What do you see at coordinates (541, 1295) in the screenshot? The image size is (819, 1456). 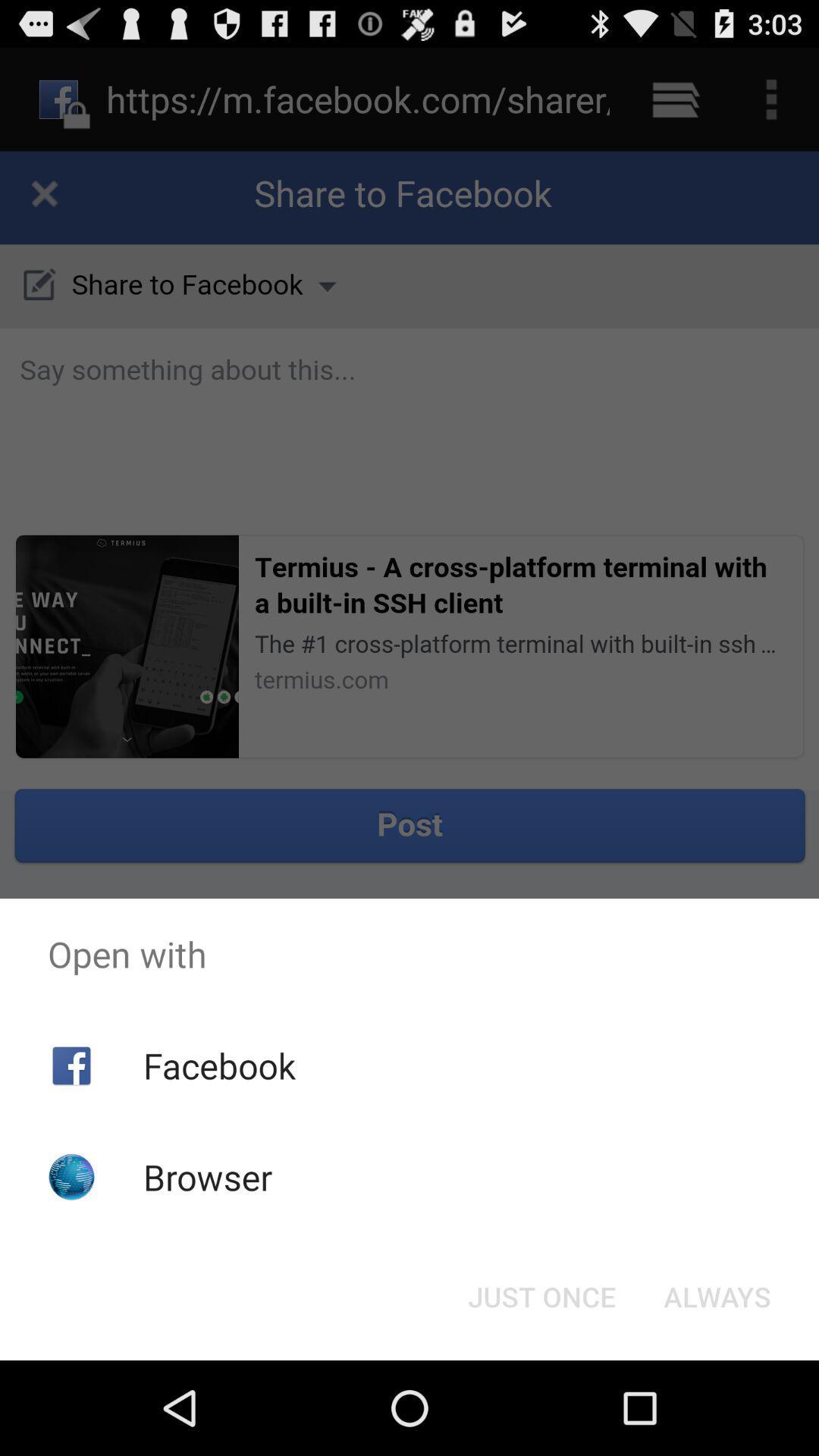 I see `button at the bottom` at bounding box center [541, 1295].